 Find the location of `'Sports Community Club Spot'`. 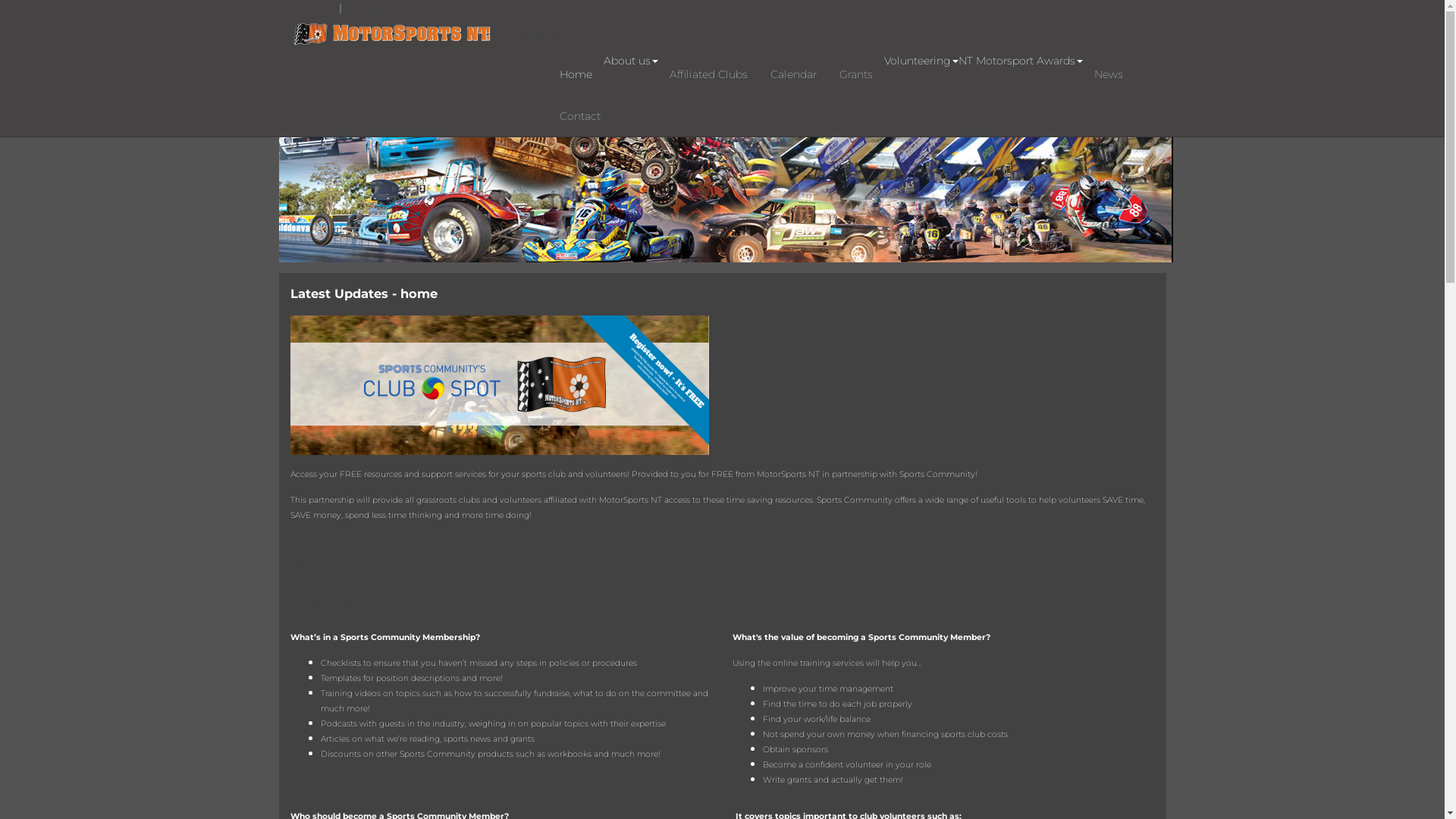

'Sports Community Club Spot' is located at coordinates (498, 383).